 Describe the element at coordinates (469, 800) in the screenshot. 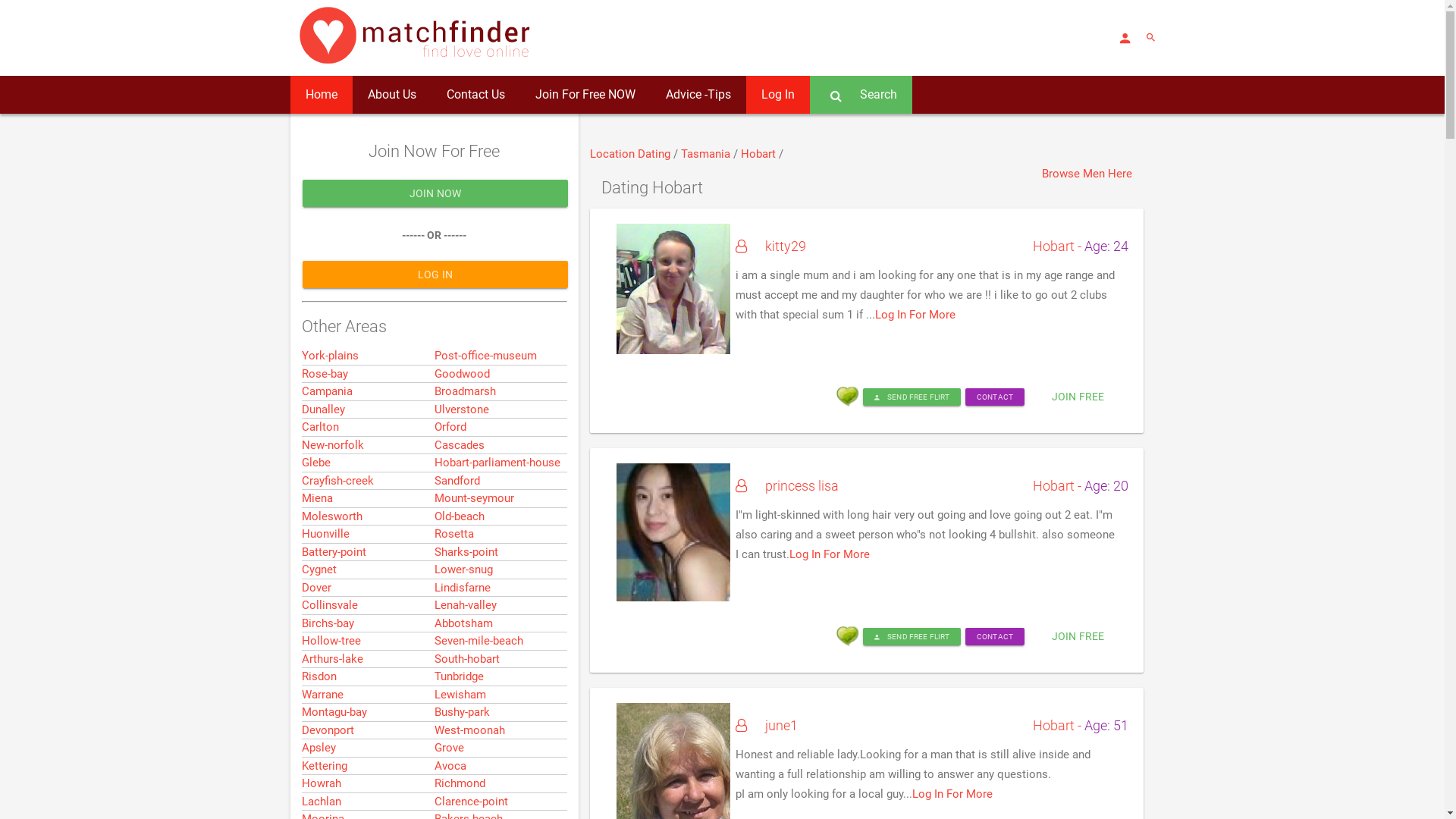

I see `'Clarence-point'` at that location.